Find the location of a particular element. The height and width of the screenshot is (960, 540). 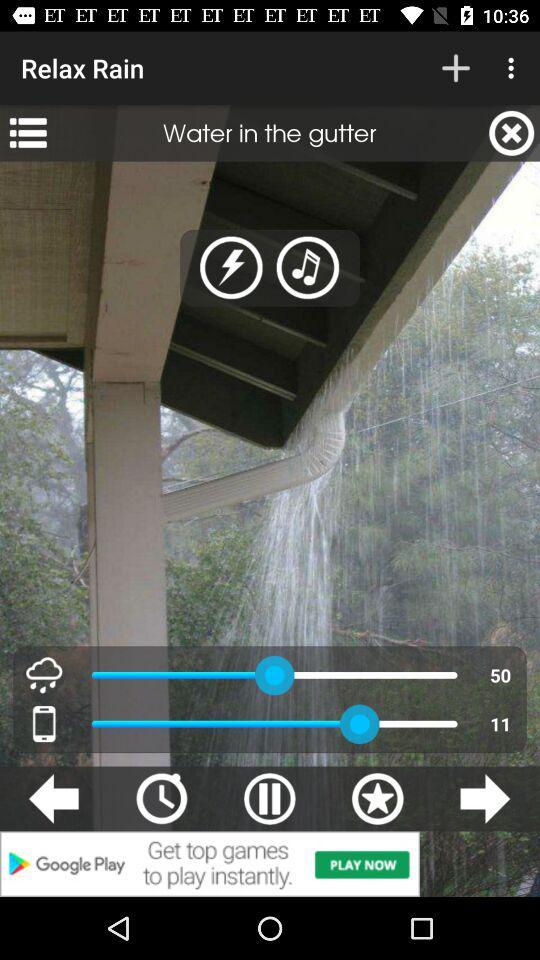

item below the water in the icon is located at coordinates (308, 267).